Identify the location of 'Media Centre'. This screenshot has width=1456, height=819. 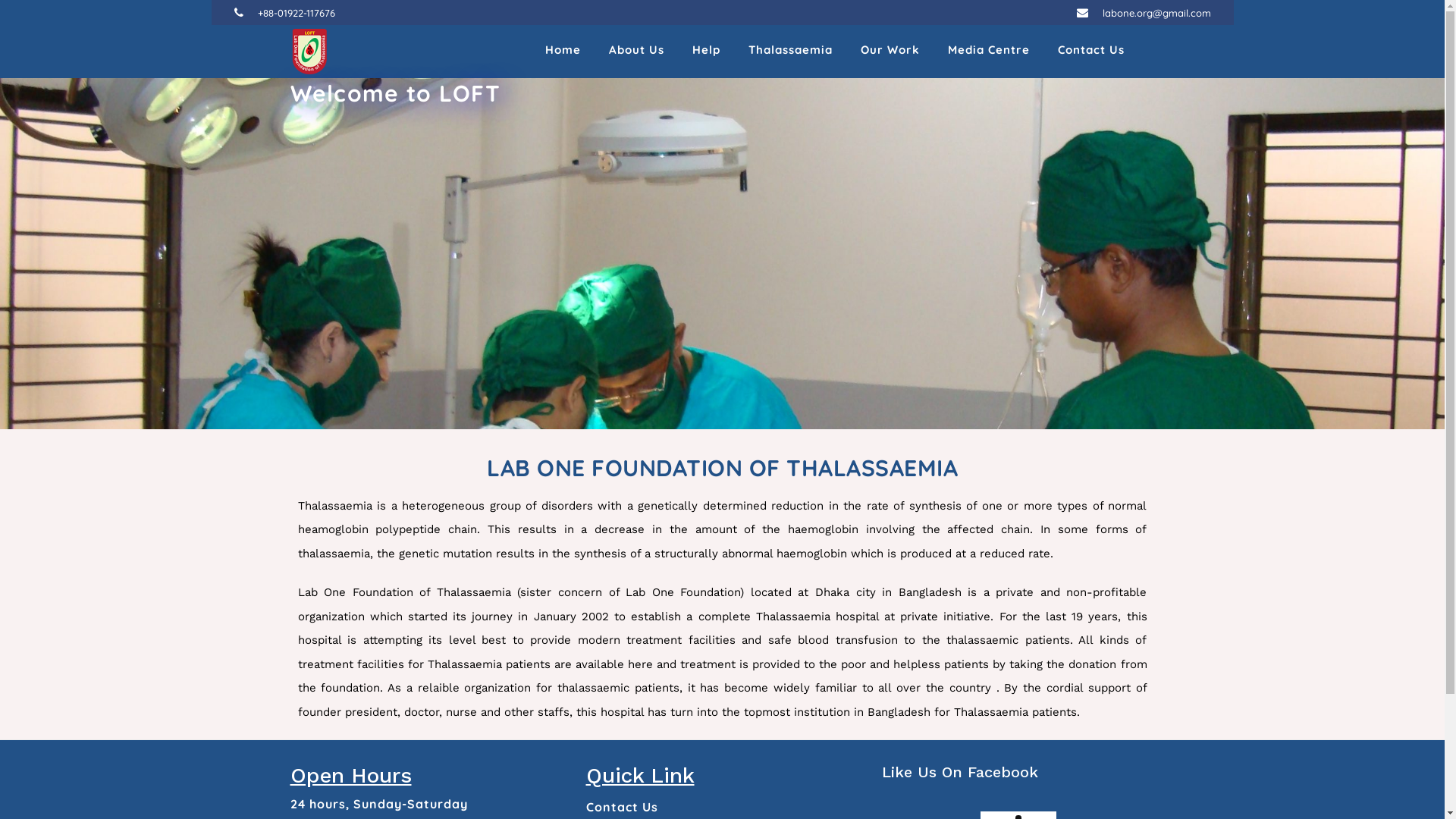
(989, 51).